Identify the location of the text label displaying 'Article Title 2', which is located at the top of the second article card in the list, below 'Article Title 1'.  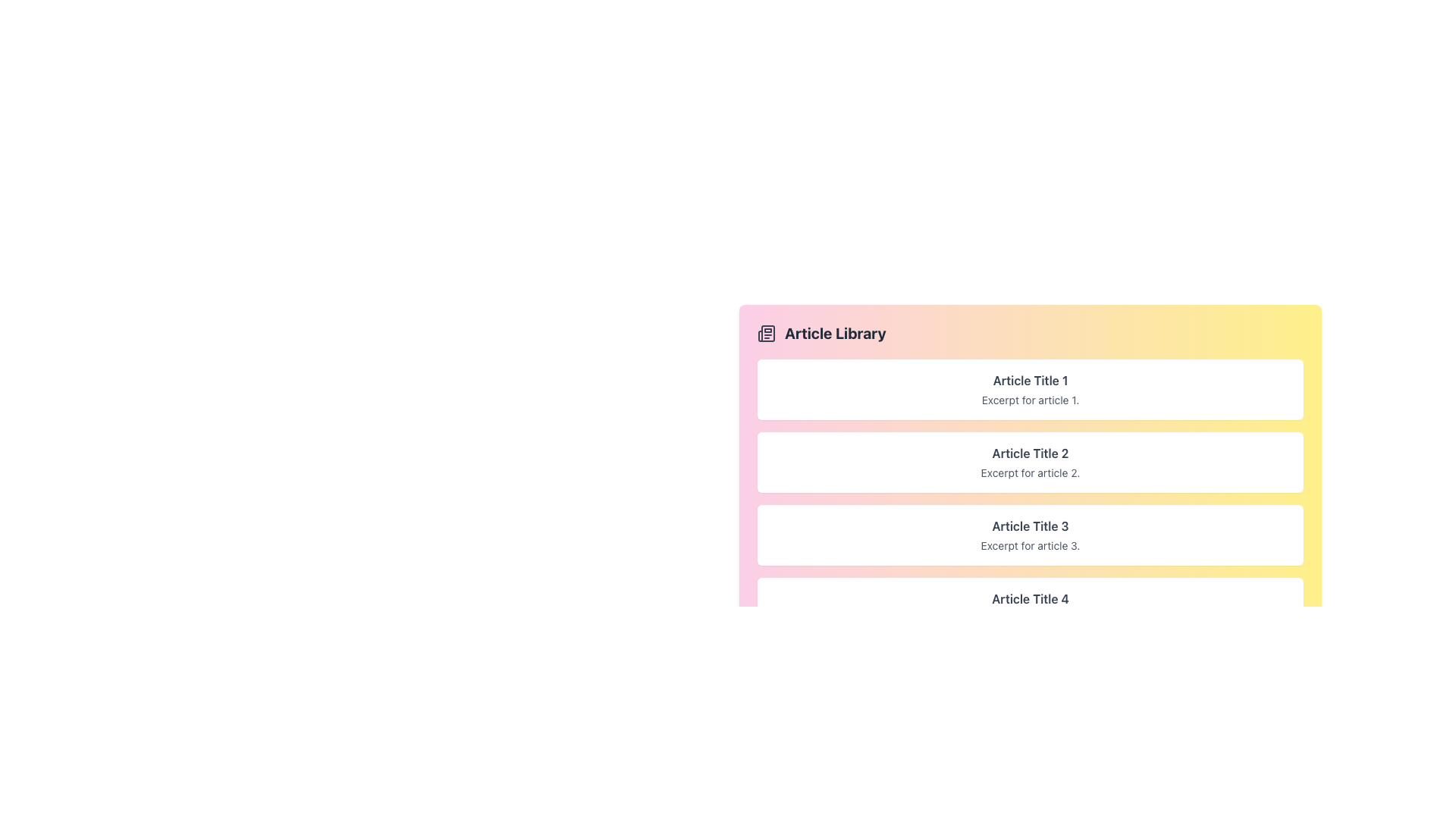
(1030, 452).